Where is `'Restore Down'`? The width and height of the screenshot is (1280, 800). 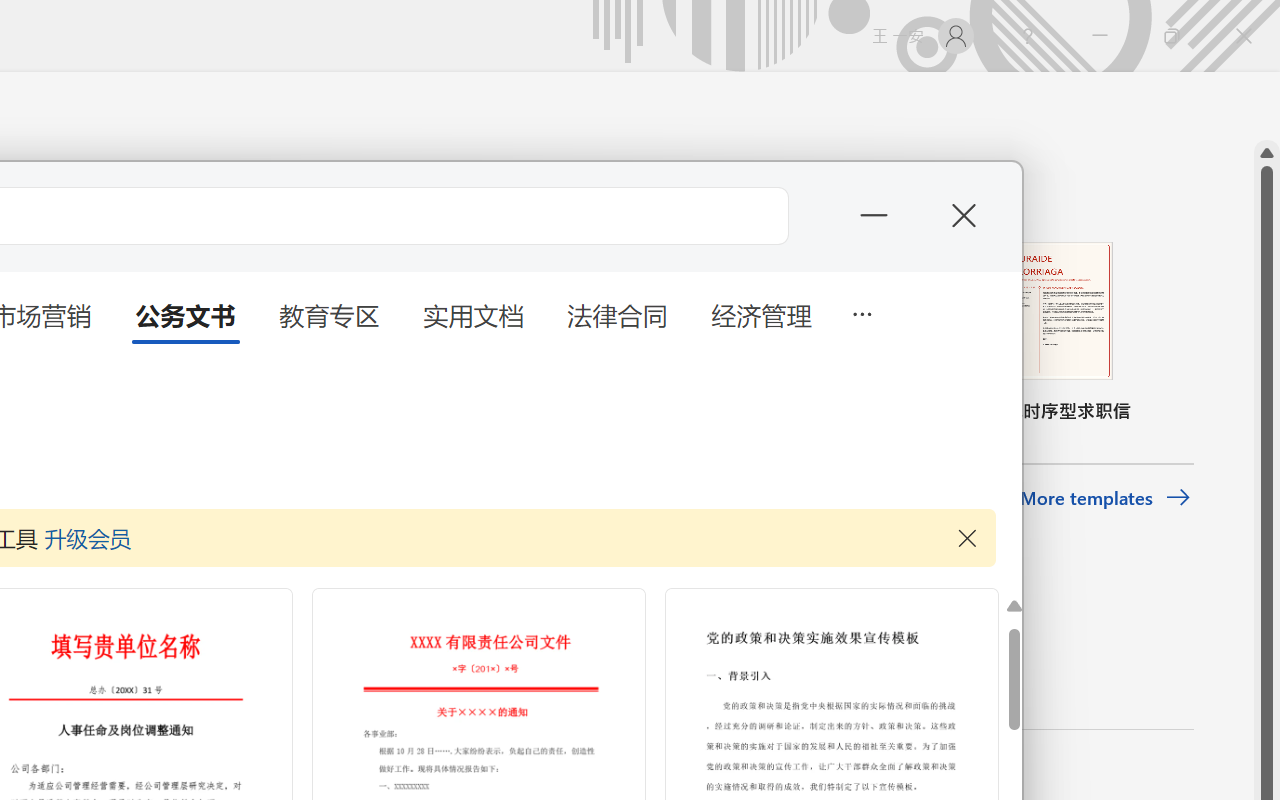
'Restore Down' is located at coordinates (1172, 35).